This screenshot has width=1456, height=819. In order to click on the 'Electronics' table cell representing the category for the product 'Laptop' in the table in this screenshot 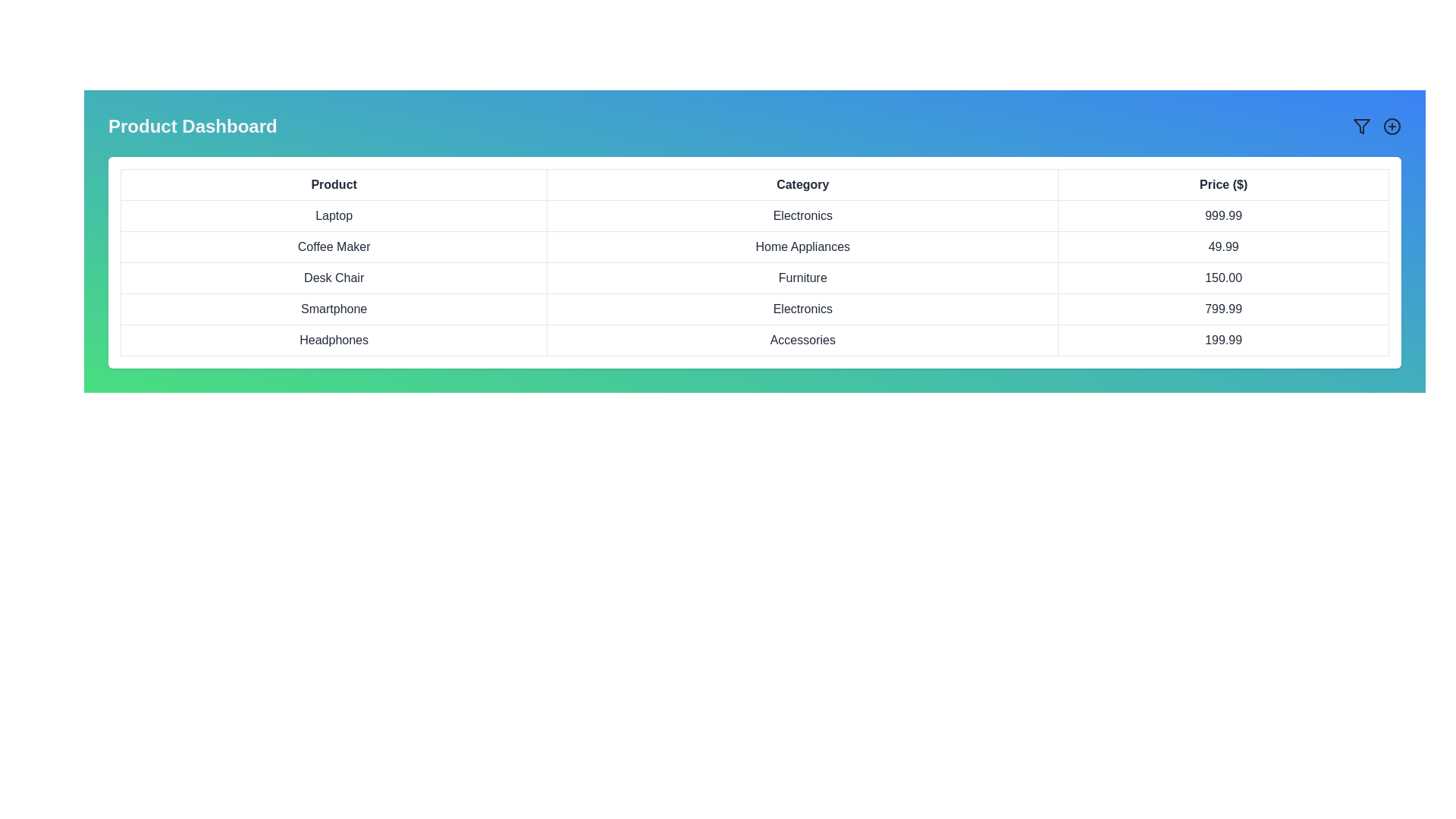, I will do `click(802, 216)`.